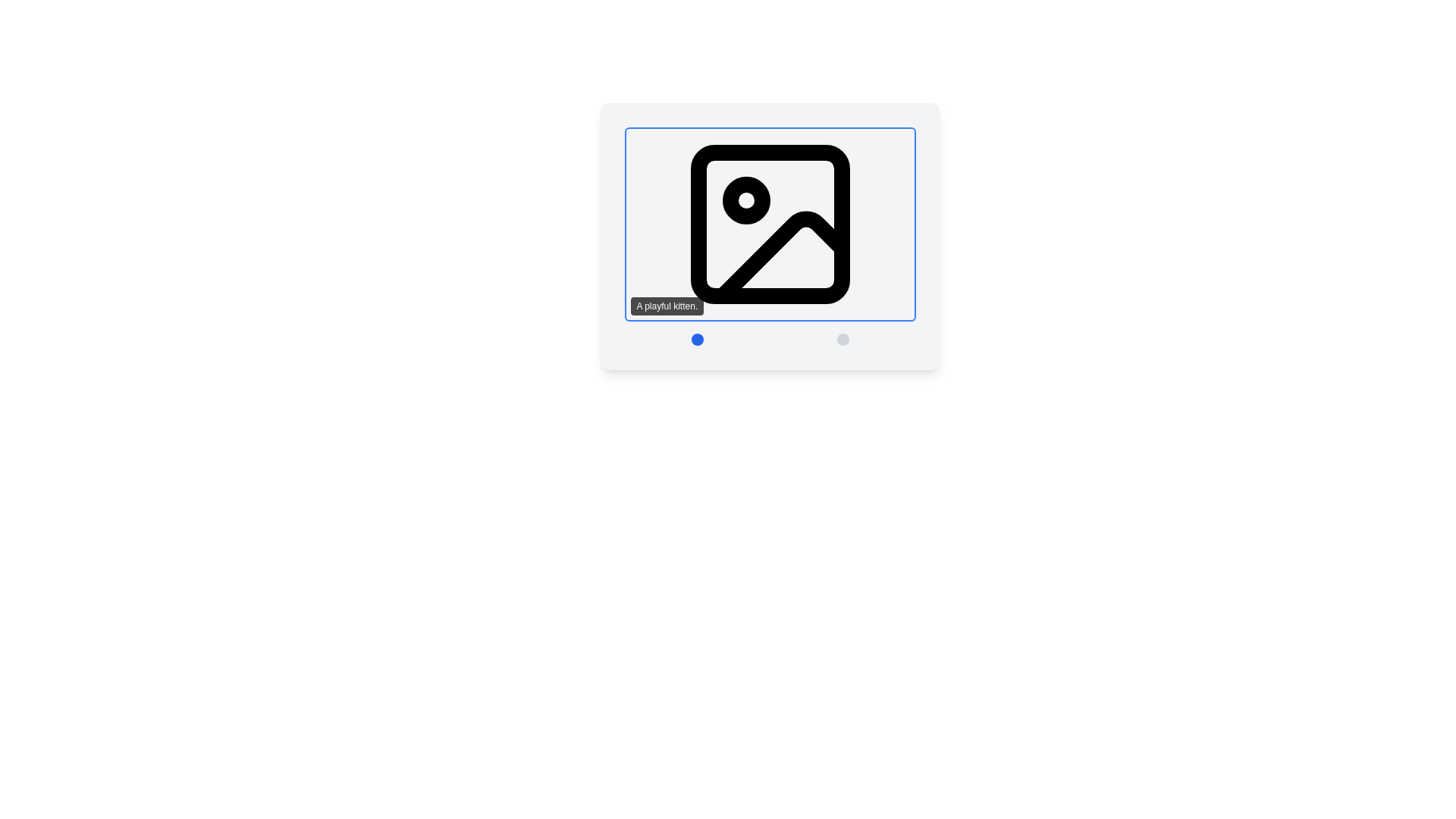 The width and height of the screenshot is (1456, 819). Describe the element at coordinates (667, 306) in the screenshot. I see `text from the small rectangular text box with rounded corners that has a black background and white text reading 'A playful kitten.'` at that location.